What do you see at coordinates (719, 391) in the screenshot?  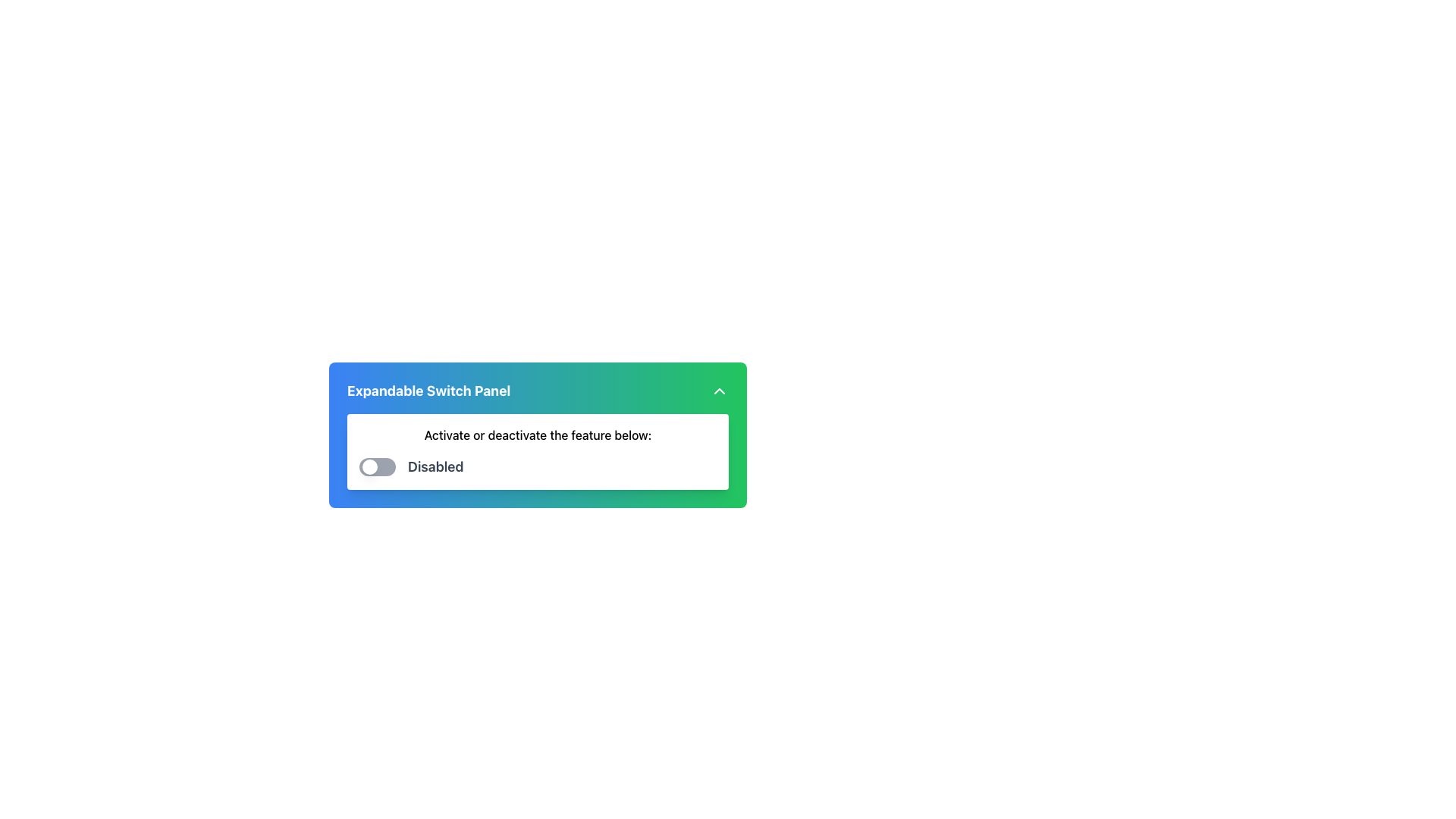 I see `the Chevron-Up icon located in the top-right corner of the 'Expandable Switch Panel'` at bounding box center [719, 391].